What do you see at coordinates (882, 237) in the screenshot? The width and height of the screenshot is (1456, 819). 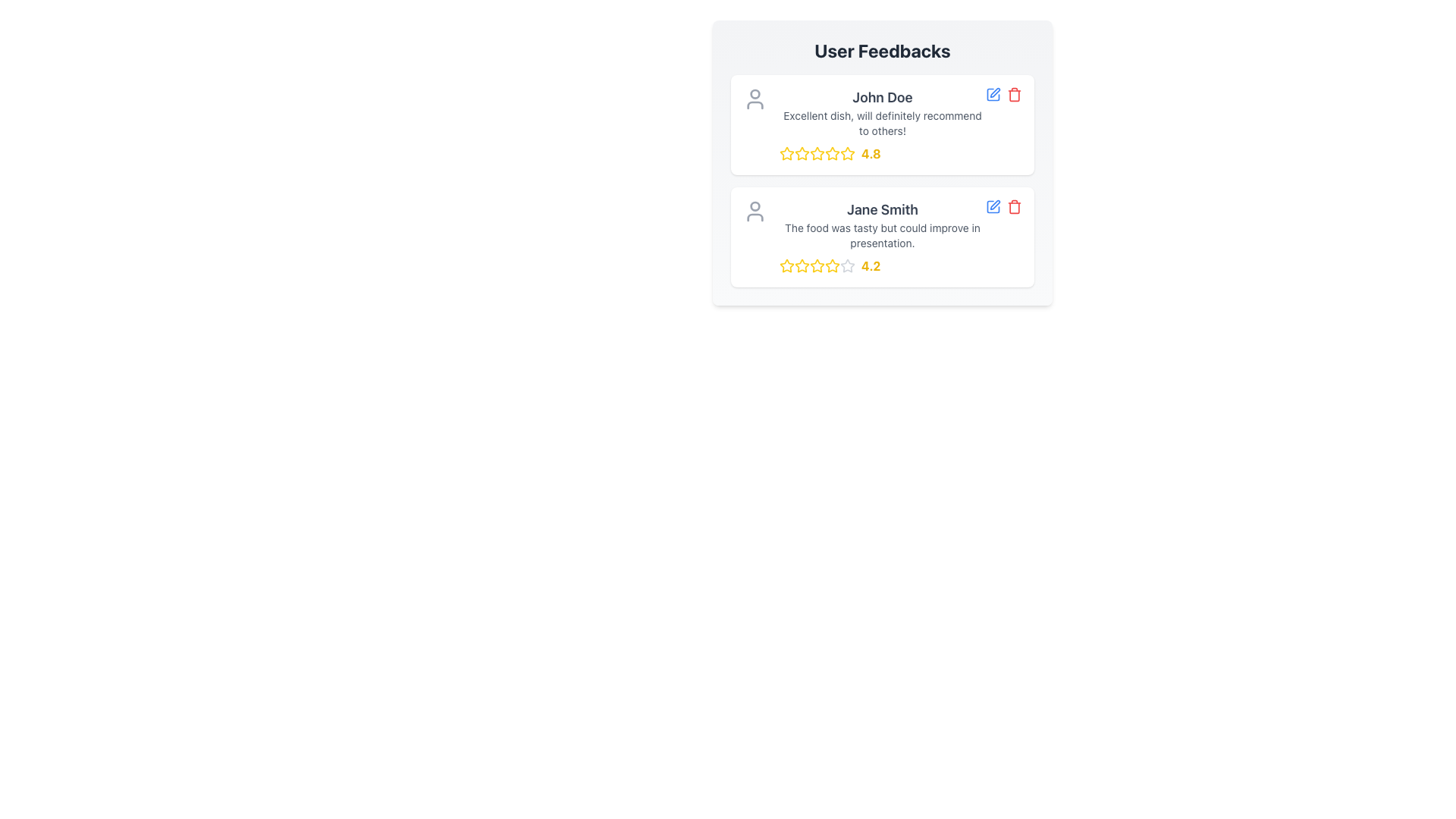 I see `the rating stars in the review by Jane Smith, which is displayed within a white rounded card in the User Feedbacks interface` at bounding box center [882, 237].